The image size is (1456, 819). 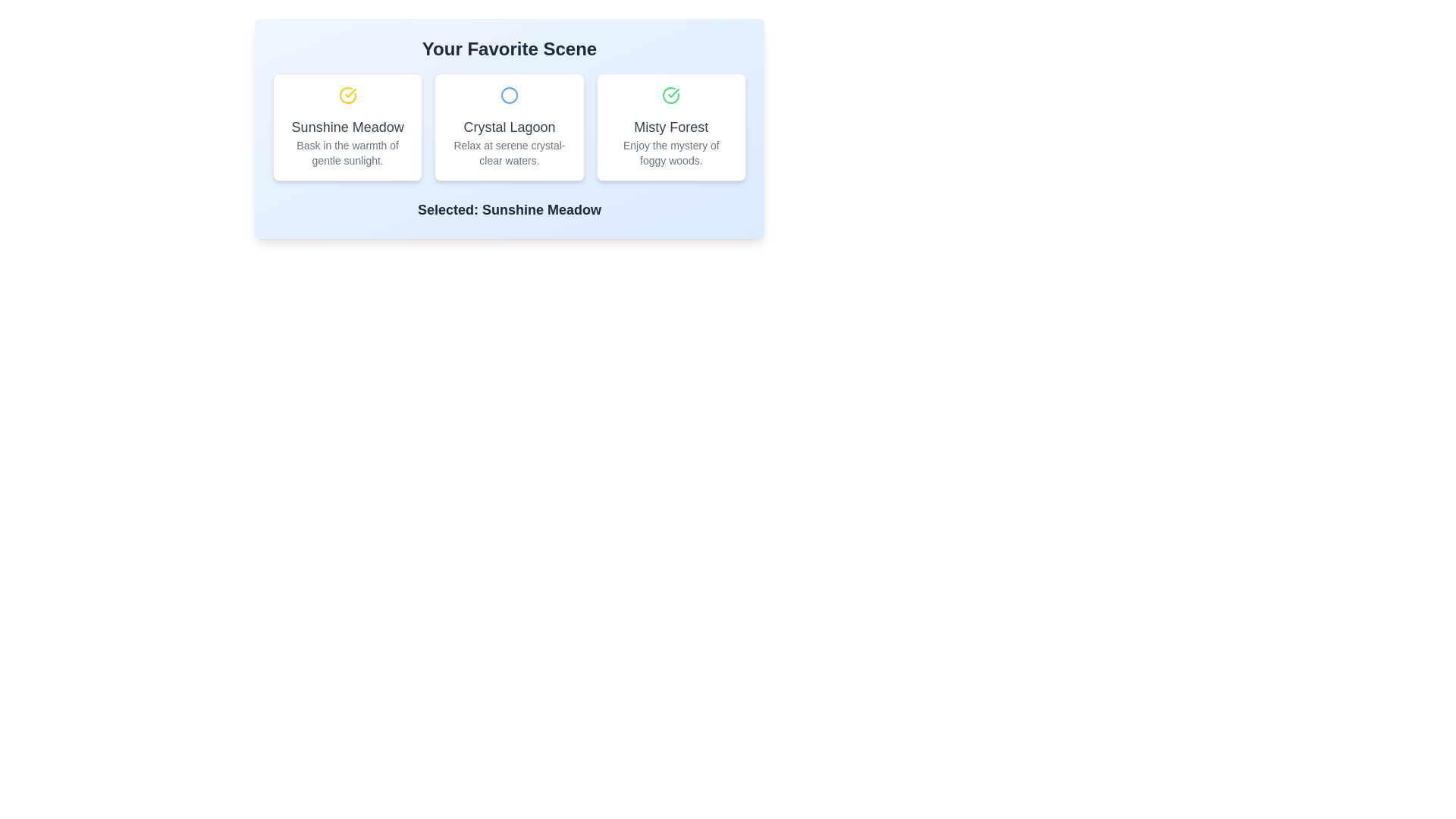 I want to click on the circular checkmark icon within the rightmost card labeled 'Sunshine Meadow' to confirm the selection state, so click(x=673, y=93).